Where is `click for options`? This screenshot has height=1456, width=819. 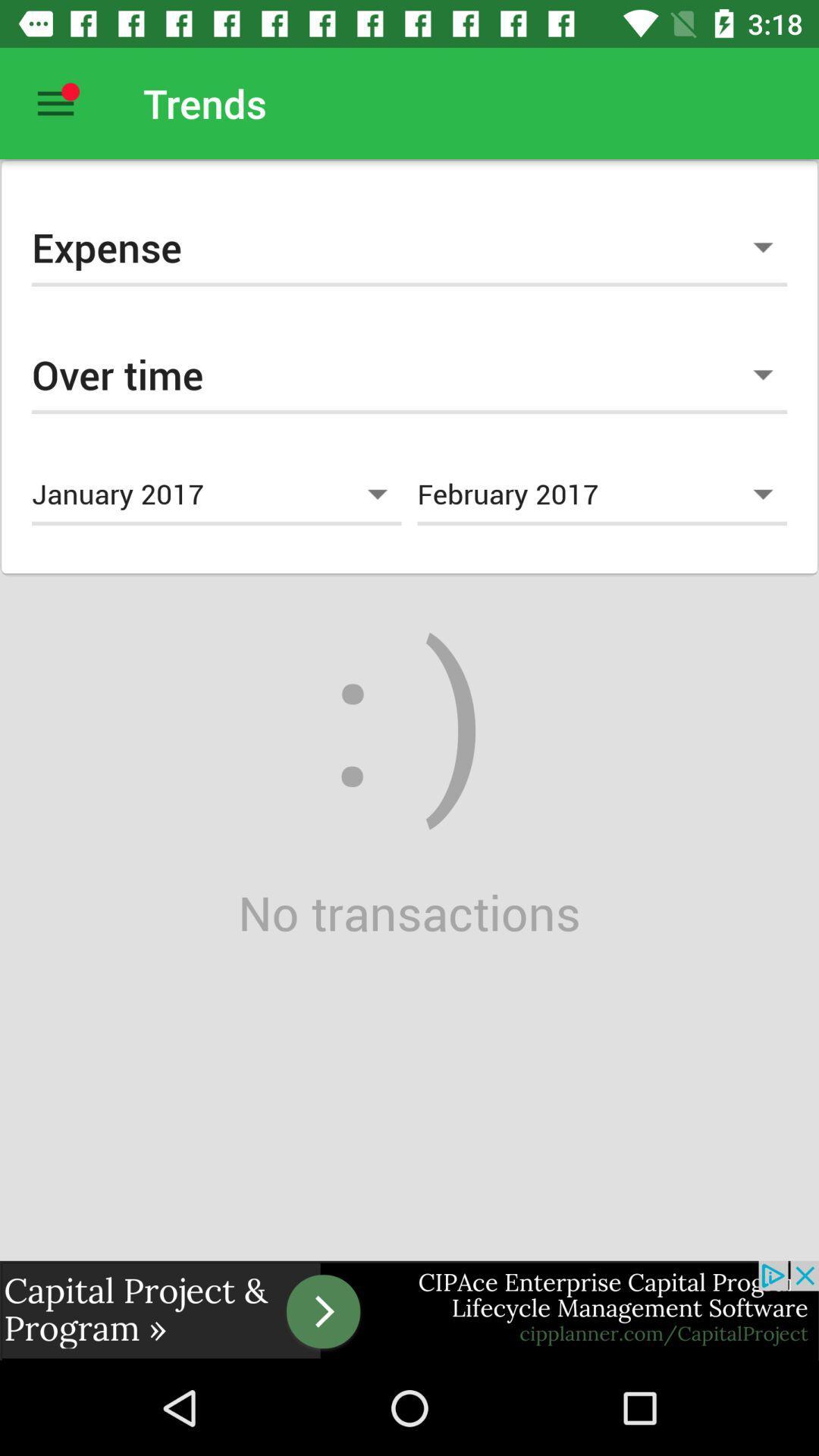 click for options is located at coordinates (55, 102).